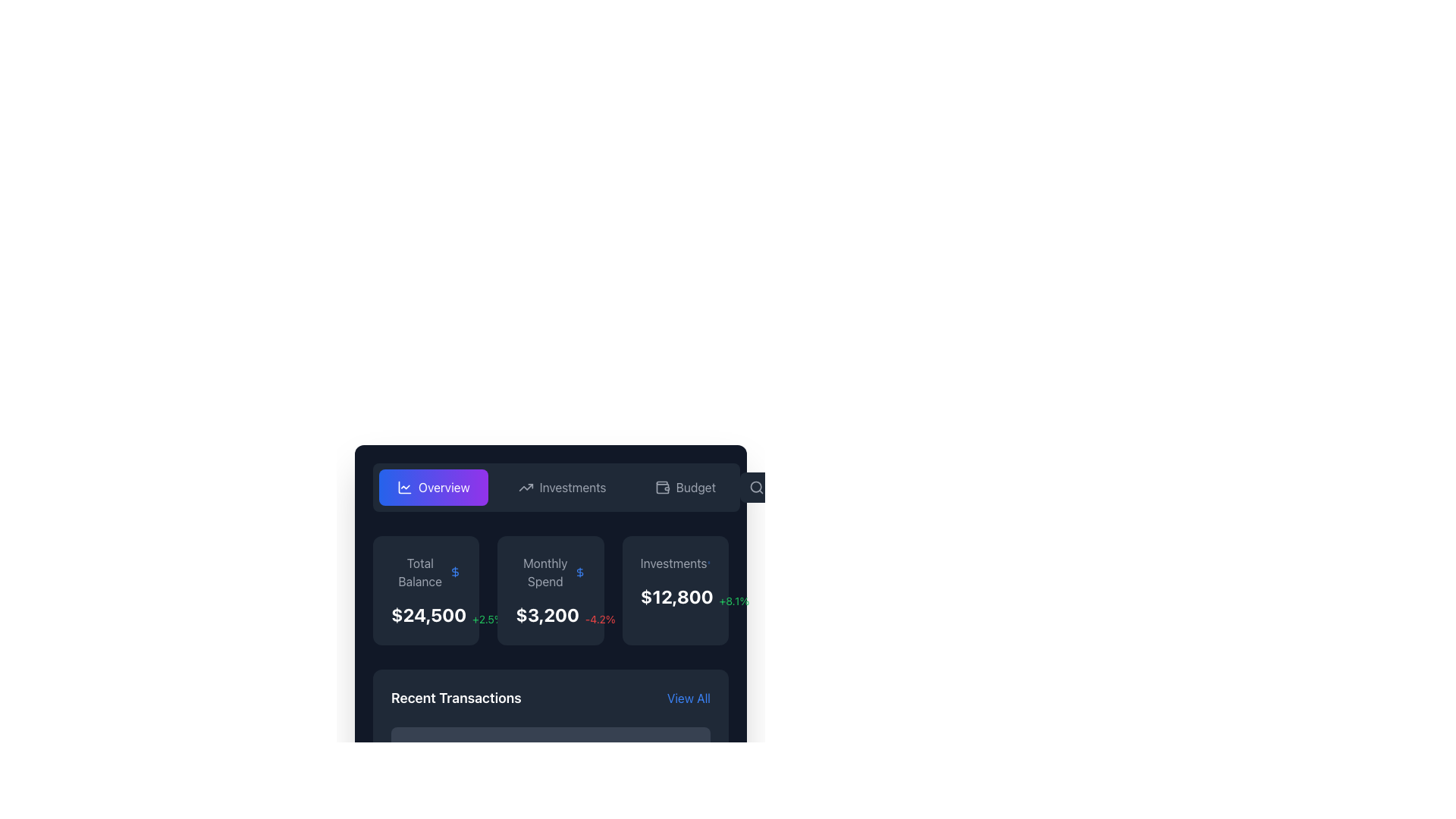  Describe the element at coordinates (454, 573) in the screenshot. I see `the financial icon representing 'Total Balance' located in the top-middle portion of the dashboard to provide a visual cue for monetary data` at that location.